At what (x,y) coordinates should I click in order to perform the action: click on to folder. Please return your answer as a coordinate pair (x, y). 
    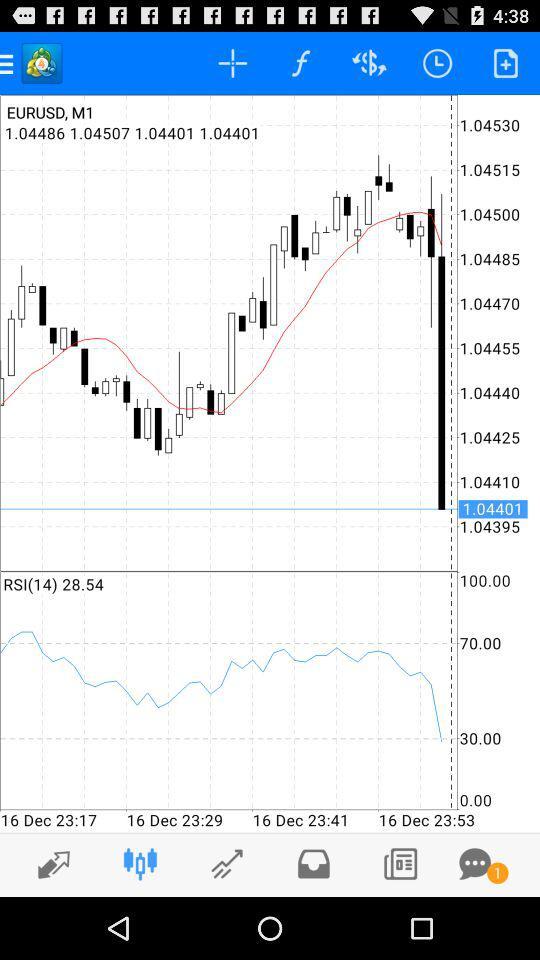
    Looking at the image, I should click on (313, 863).